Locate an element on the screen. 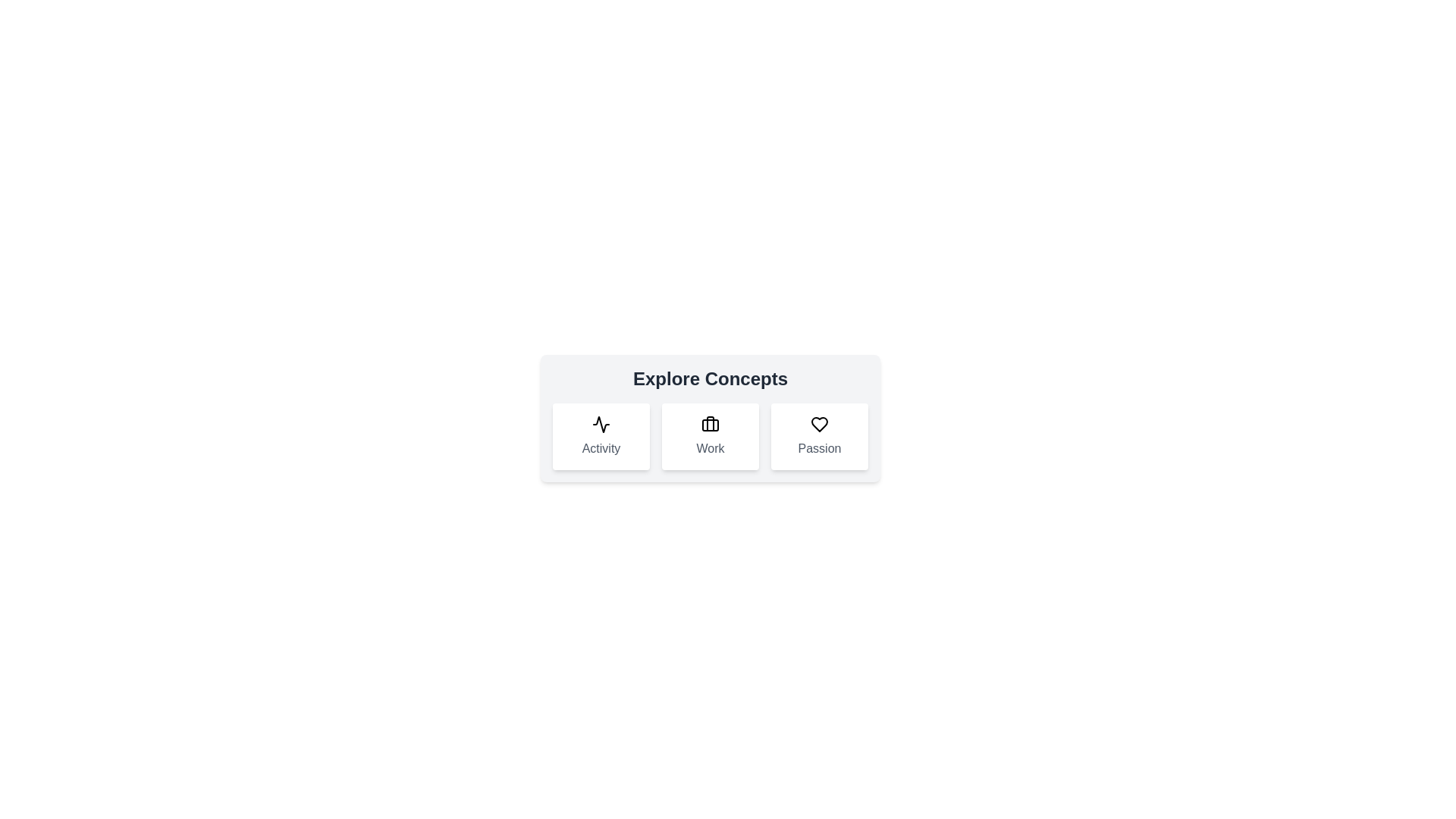 This screenshot has width=1456, height=819. the selectable item with a briefcase icon and 'Work' label is located at coordinates (709, 436).